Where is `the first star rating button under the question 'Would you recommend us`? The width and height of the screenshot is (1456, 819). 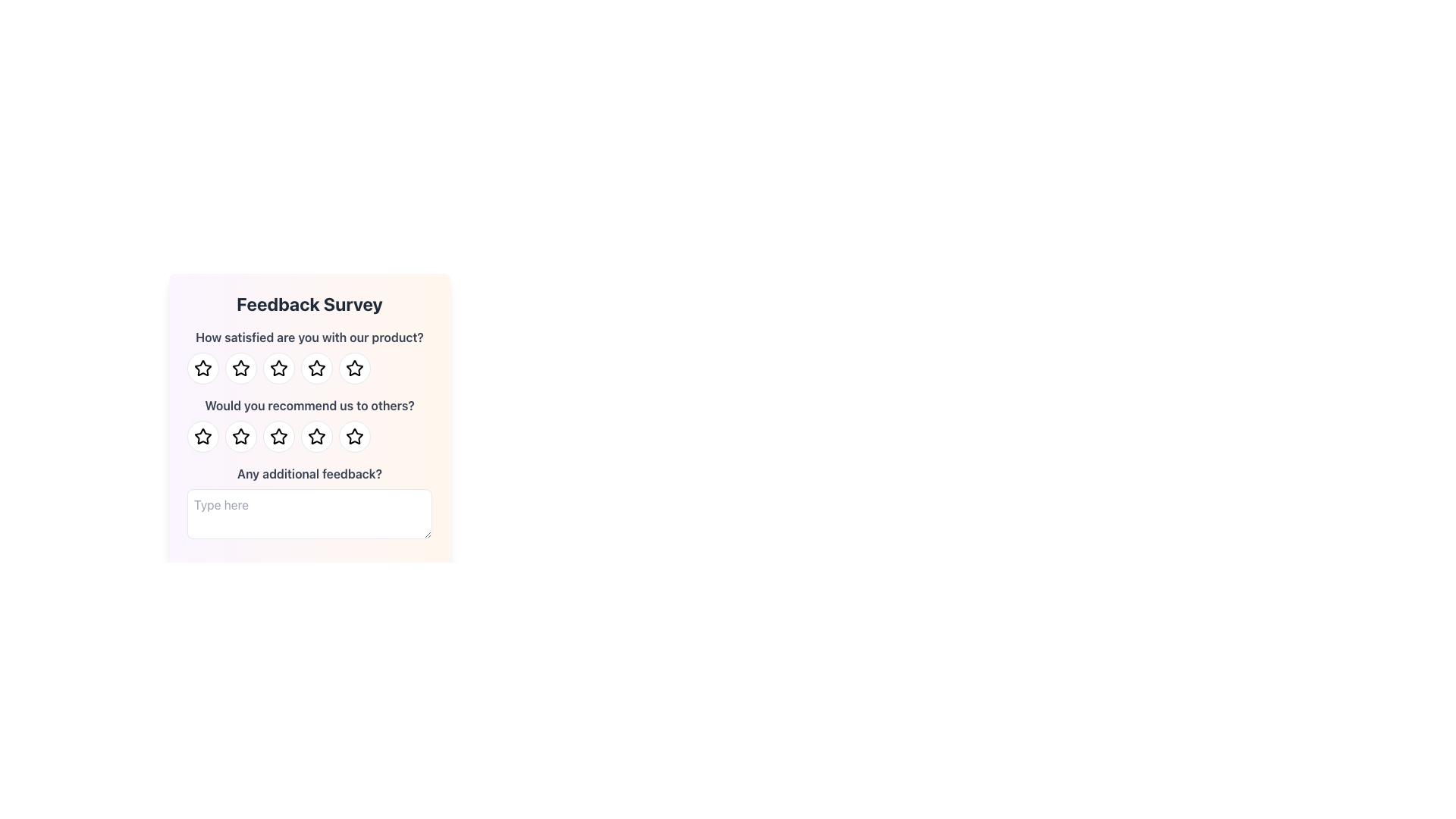 the first star rating button under the question 'Would you recommend us is located at coordinates (202, 436).